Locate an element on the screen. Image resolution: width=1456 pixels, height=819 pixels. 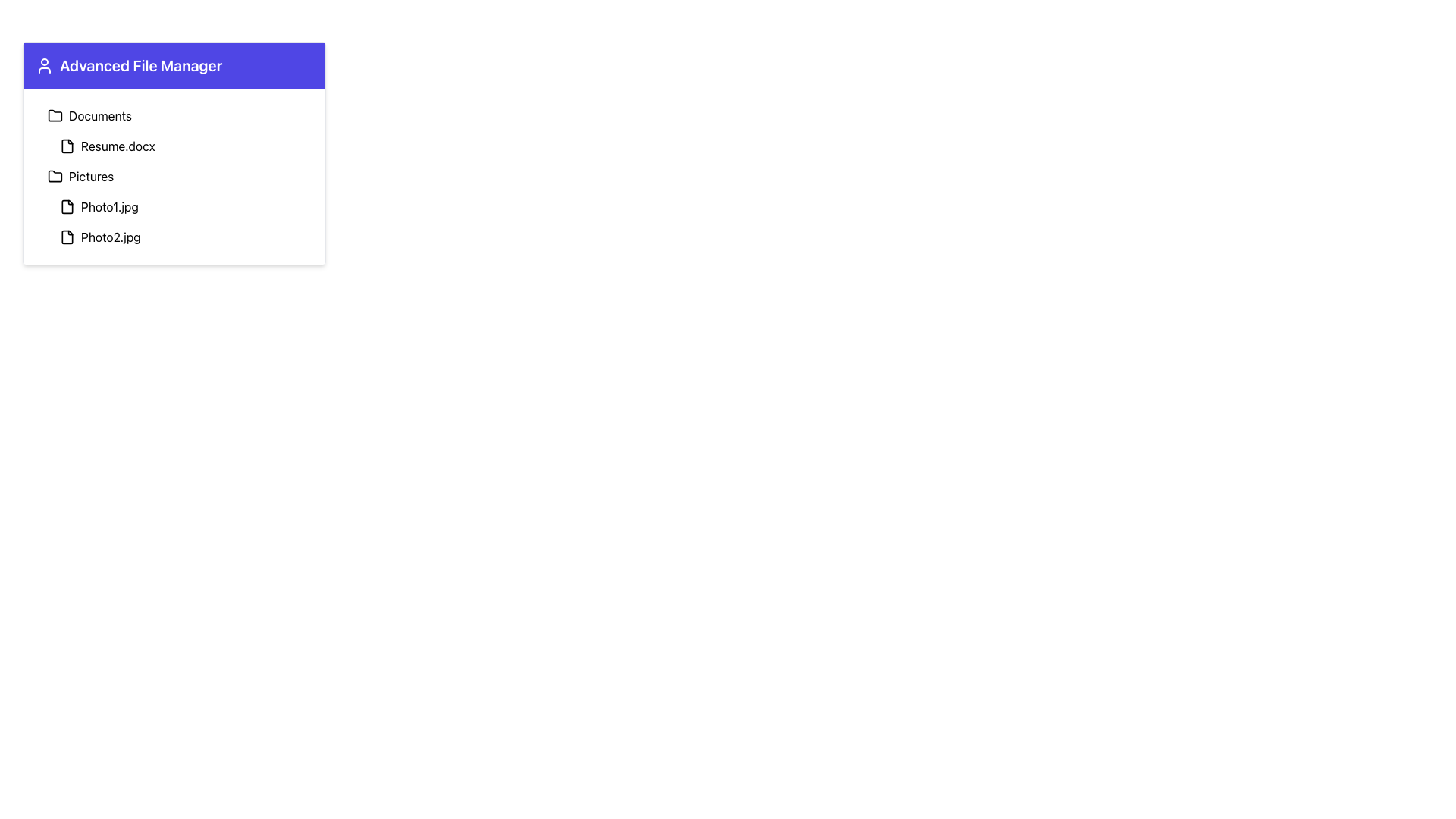
text content of the Text Label located at the top section of the bordered and shadowed card or panel, which serves as its header is located at coordinates (174, 65).